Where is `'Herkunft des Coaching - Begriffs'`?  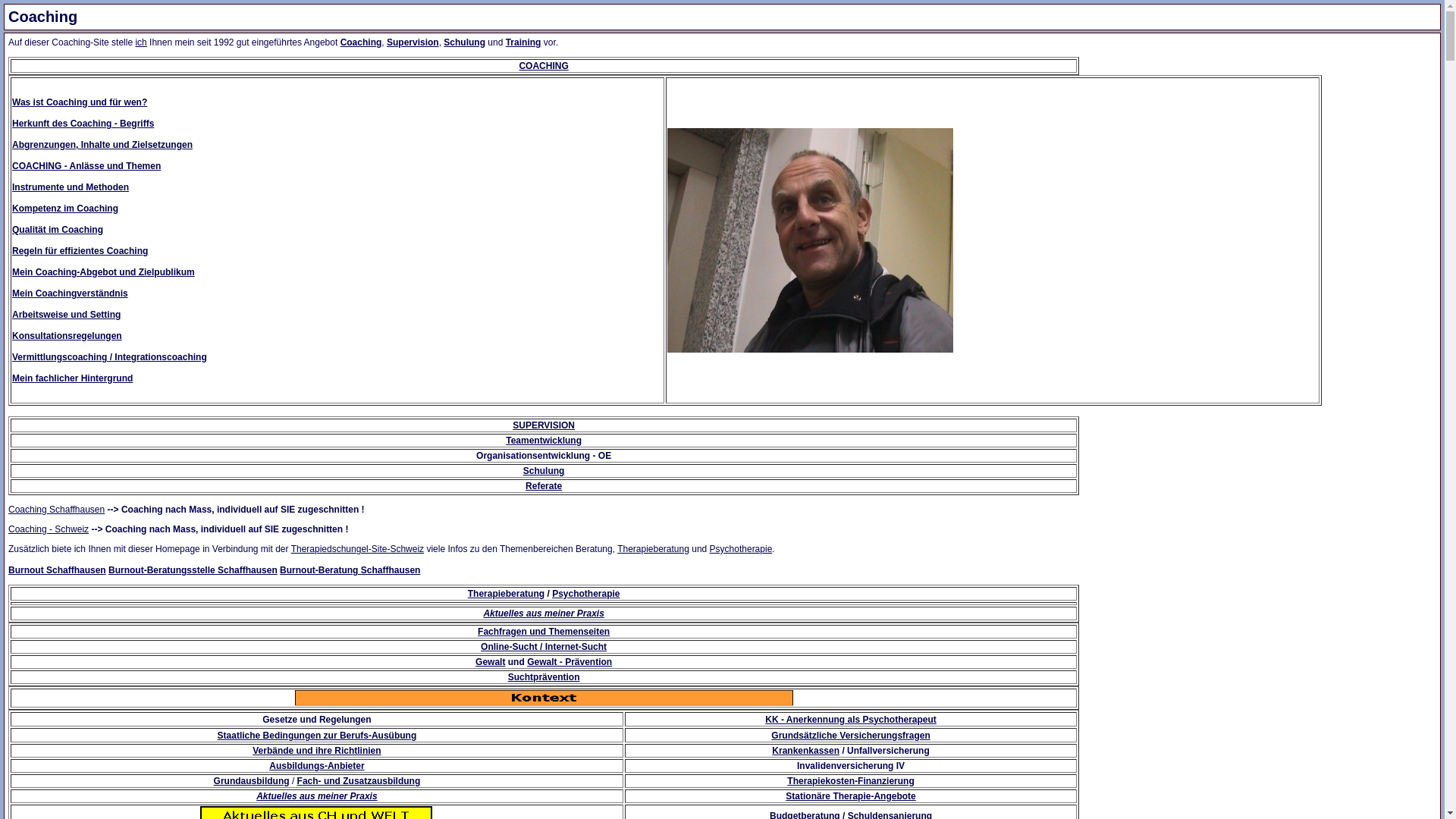
'Herkunft des Coaching - Begriffs' is located at coordinates (82, 122).